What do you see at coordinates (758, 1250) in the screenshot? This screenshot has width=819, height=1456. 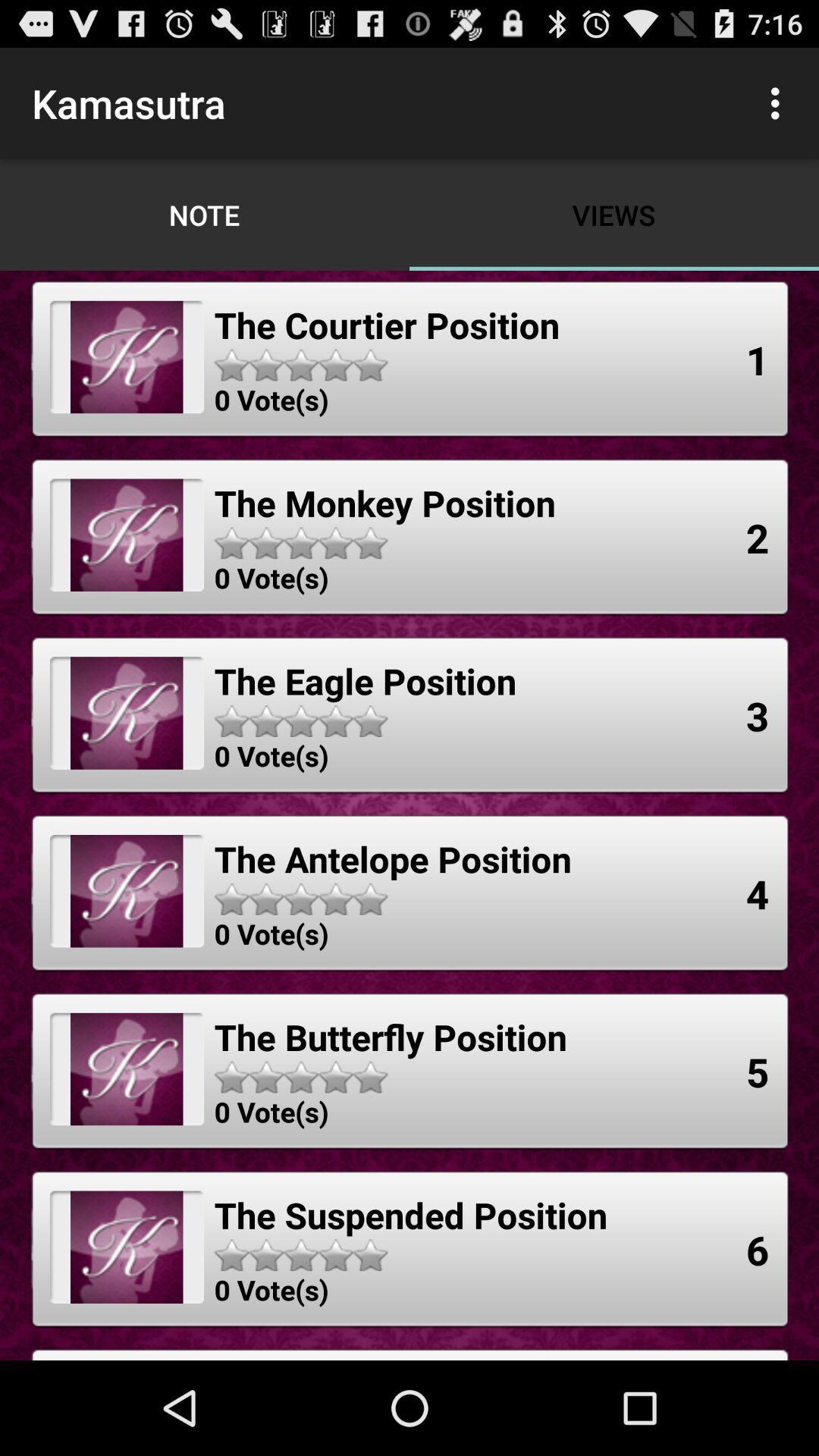 I see `icon to the right of the the suspended position item` at bounding box center [758, 1250].